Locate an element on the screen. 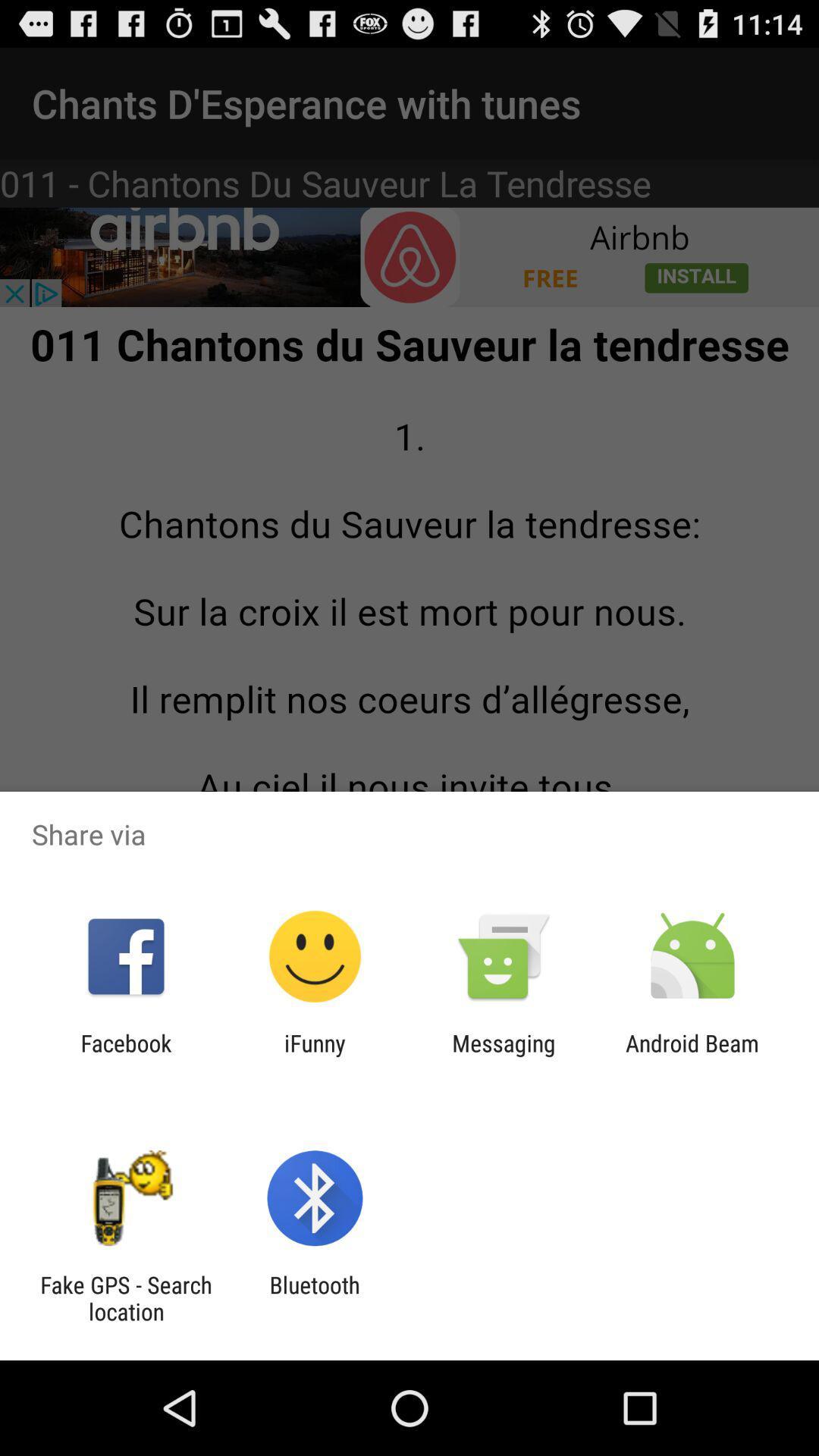 The width and height of the screenshot is (819, 1456). item to the right of ifunny item is located at coordinates (504, 1056).